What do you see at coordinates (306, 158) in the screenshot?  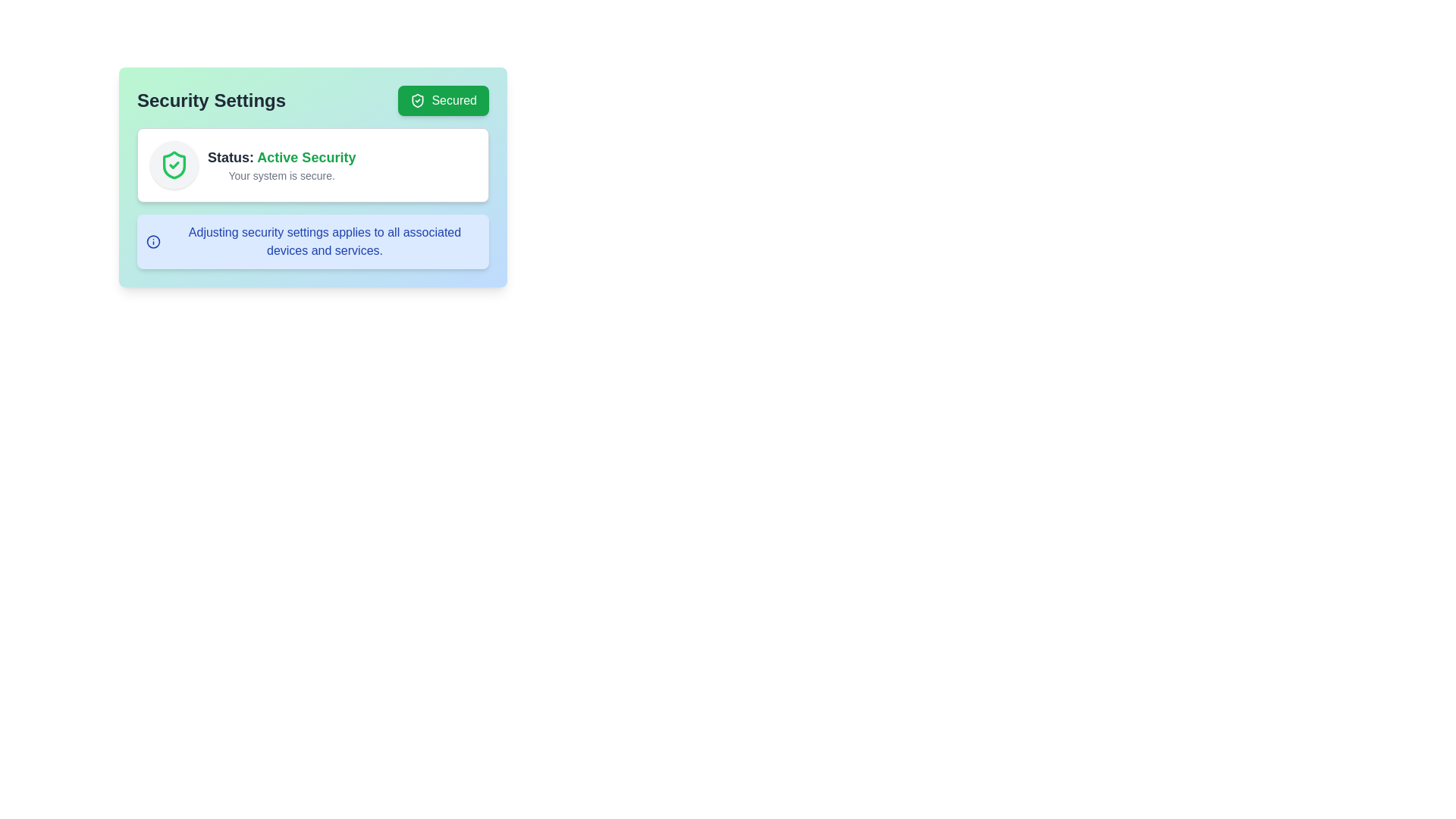 I see `the 'Active Security' text label, which indicates that the system is secure, to emphasize its importance` at bounding box center [306, 158].